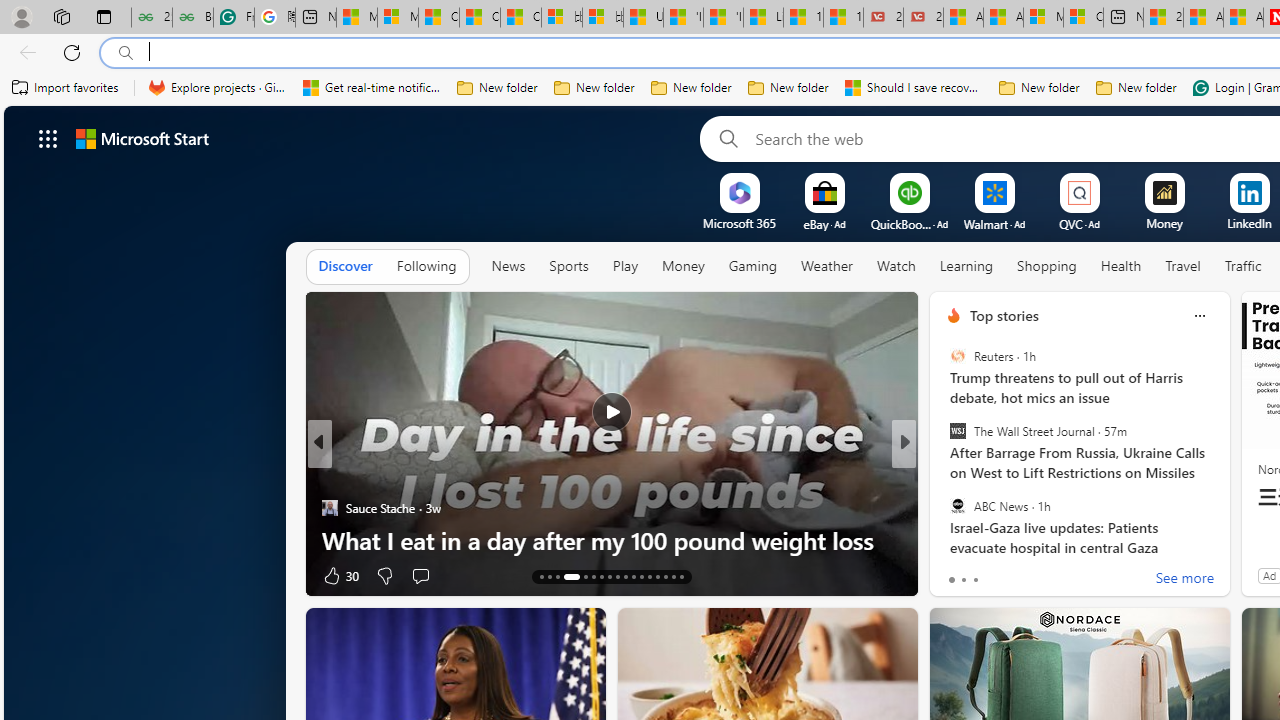 The width and height of the screenshot is (1280, 720). Describe the element at coordinates (549, 577) in the screenshot. I see `'AutomationID: tab-14'` at that location.